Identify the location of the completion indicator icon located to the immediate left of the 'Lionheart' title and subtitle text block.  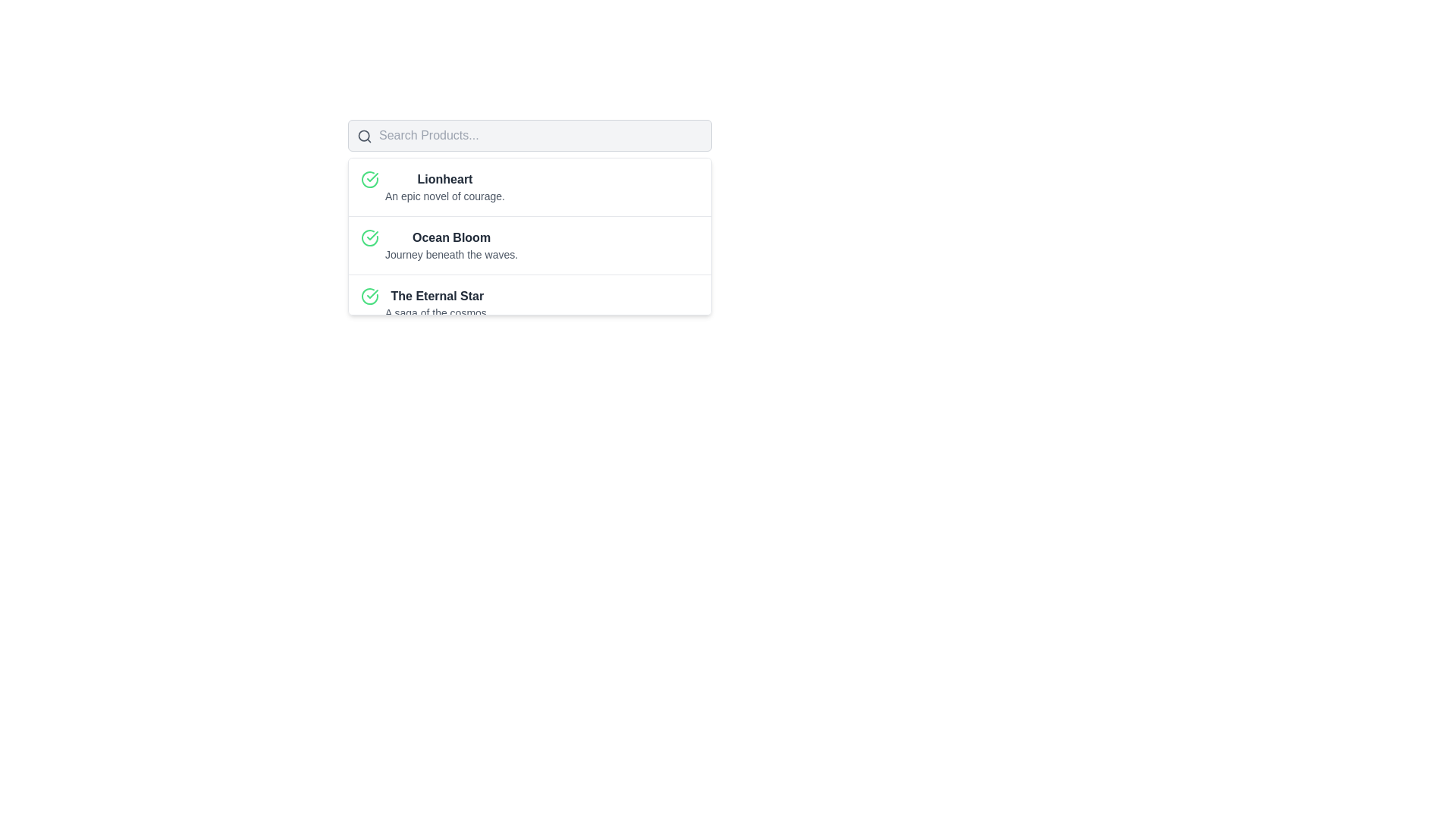
(370, 178).